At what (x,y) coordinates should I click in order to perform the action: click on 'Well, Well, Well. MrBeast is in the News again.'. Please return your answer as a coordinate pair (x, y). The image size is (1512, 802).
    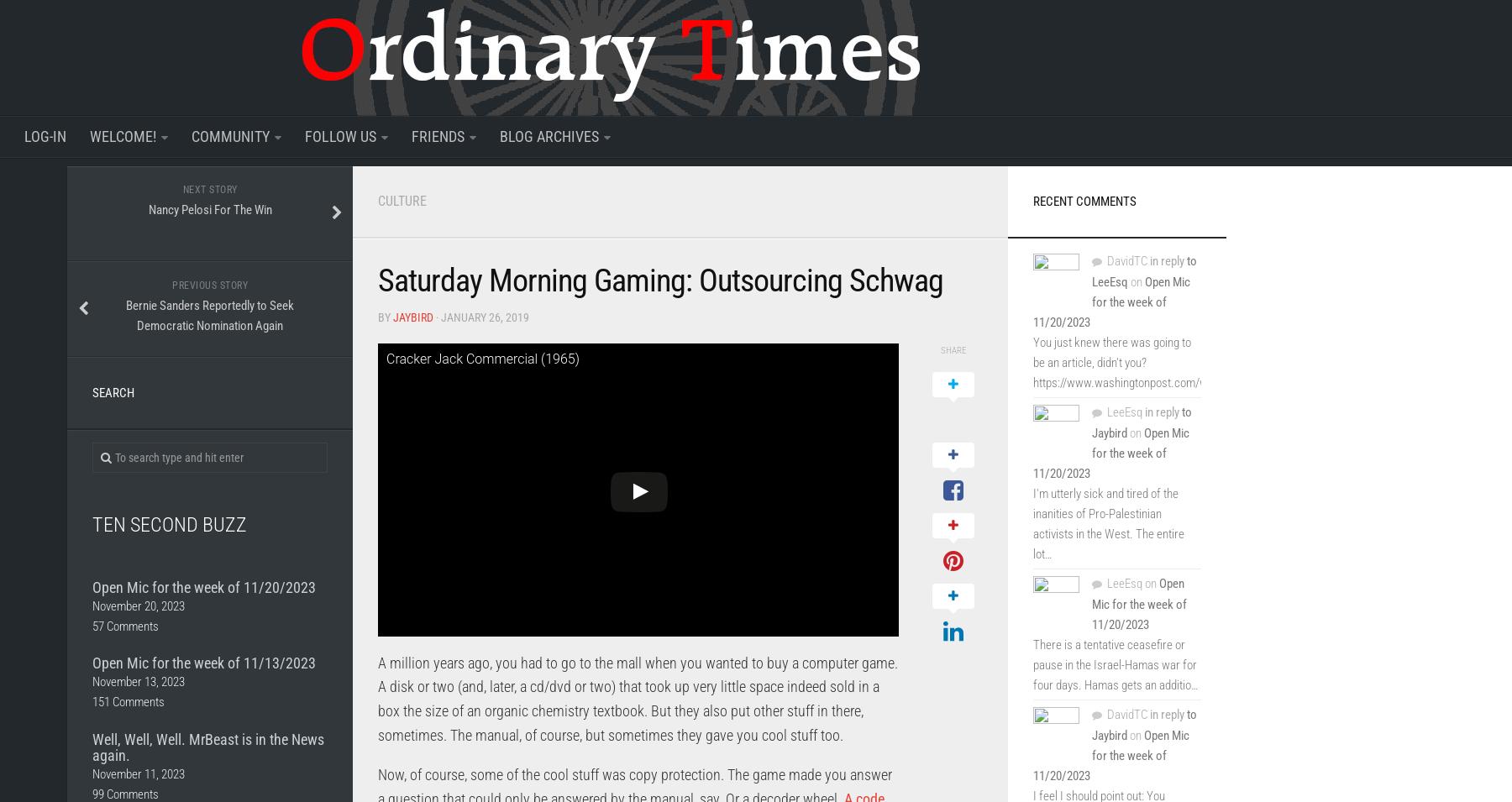
    Looking at the image, I should click on (207, 747).